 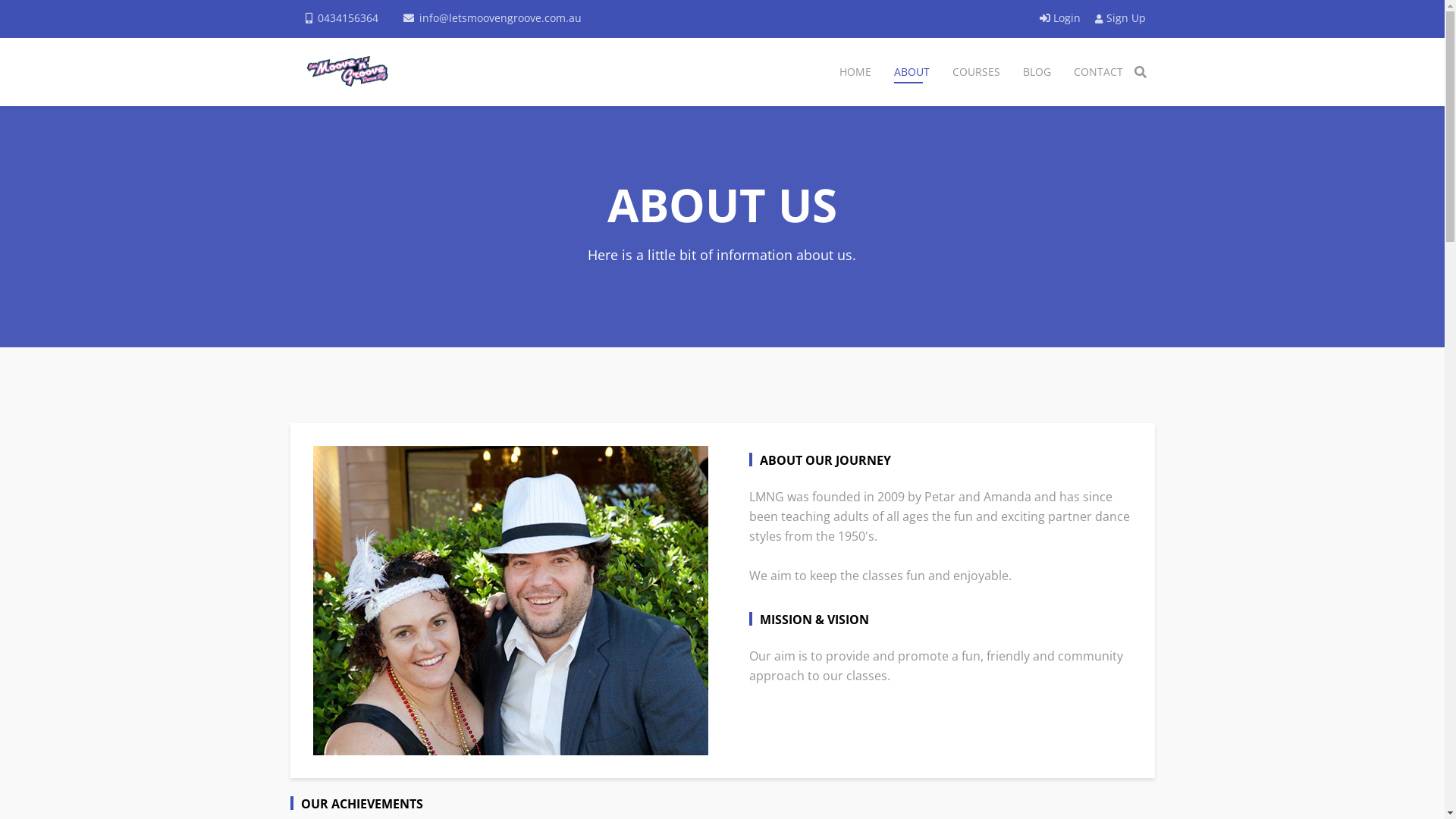 What do you see at coordinates (419, 17) in the screenshot?
I see `'info@letsmoovengroove.com.au'` at bounding box center [419, 17].